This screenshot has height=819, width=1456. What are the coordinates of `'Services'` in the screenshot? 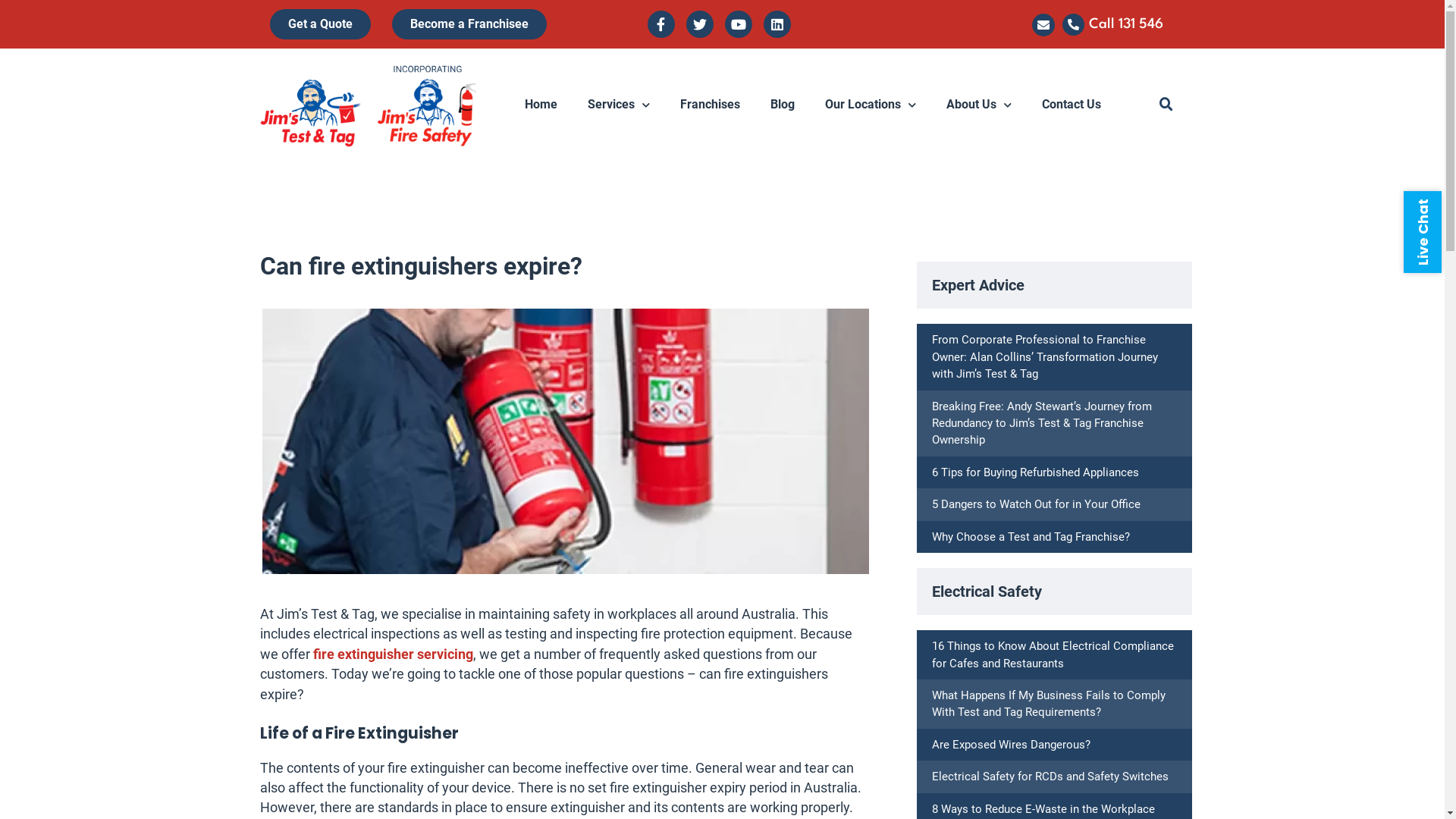 It's located at (619, 104).